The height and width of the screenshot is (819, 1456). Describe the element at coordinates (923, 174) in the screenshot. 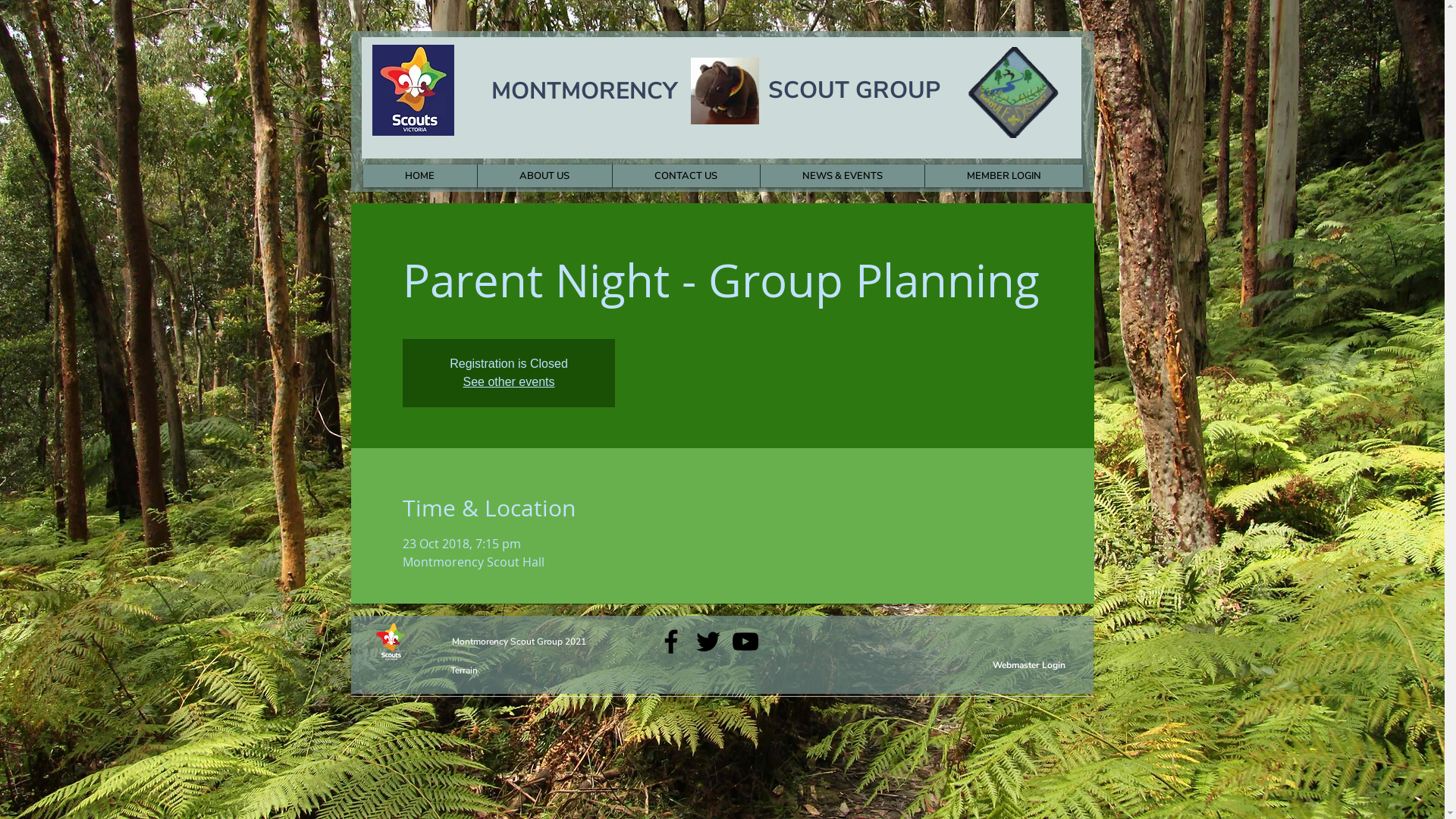

I see `'MEMBER LOGIN'` at that location.